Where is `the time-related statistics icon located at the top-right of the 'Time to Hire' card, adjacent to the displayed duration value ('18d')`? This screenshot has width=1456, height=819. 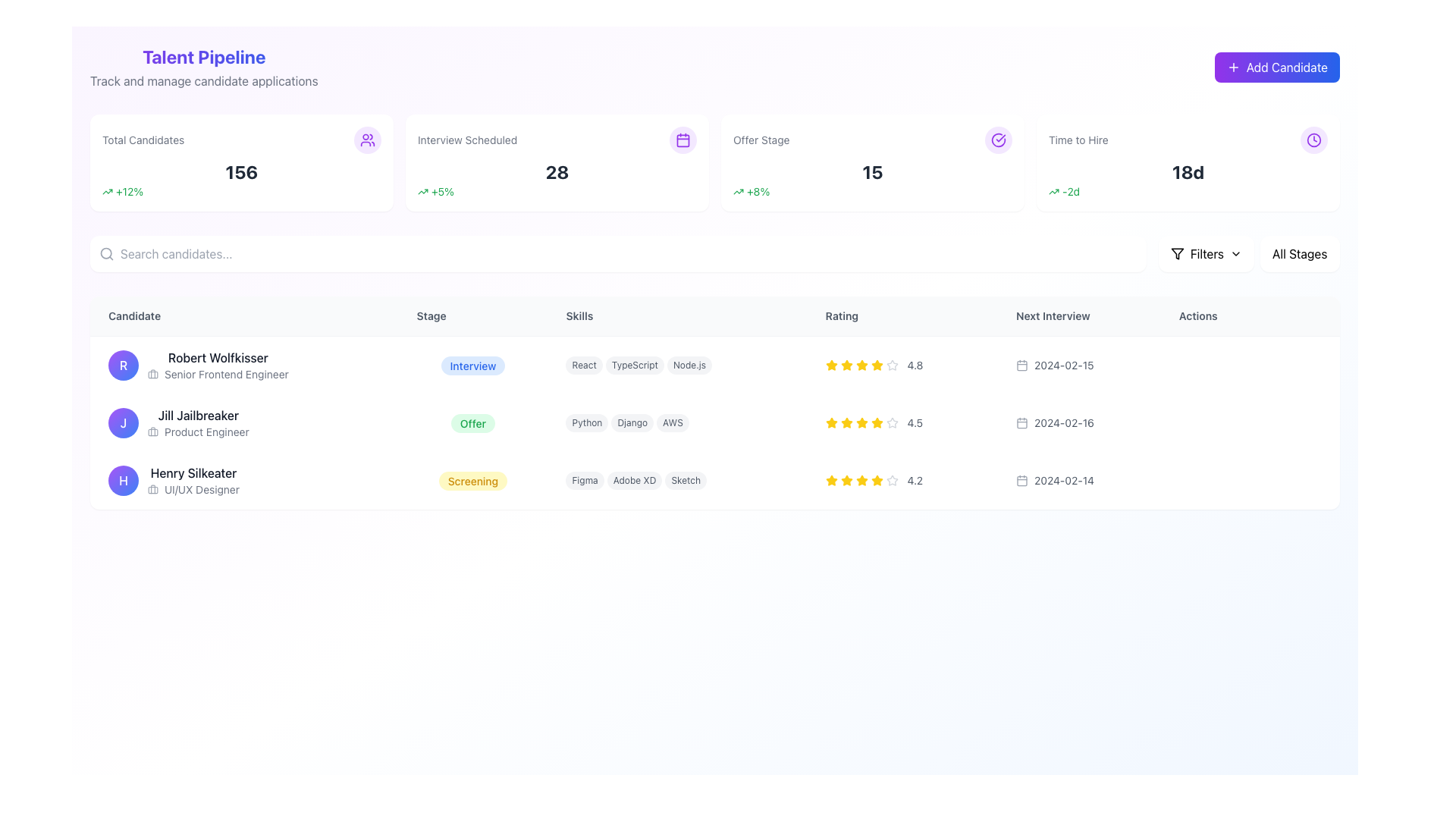
the time-related statistics icon located at the top-right of the 'Time to Hire' card, adjacent to the displayed duration value ('18d') is located at coordinates (1313, 140).